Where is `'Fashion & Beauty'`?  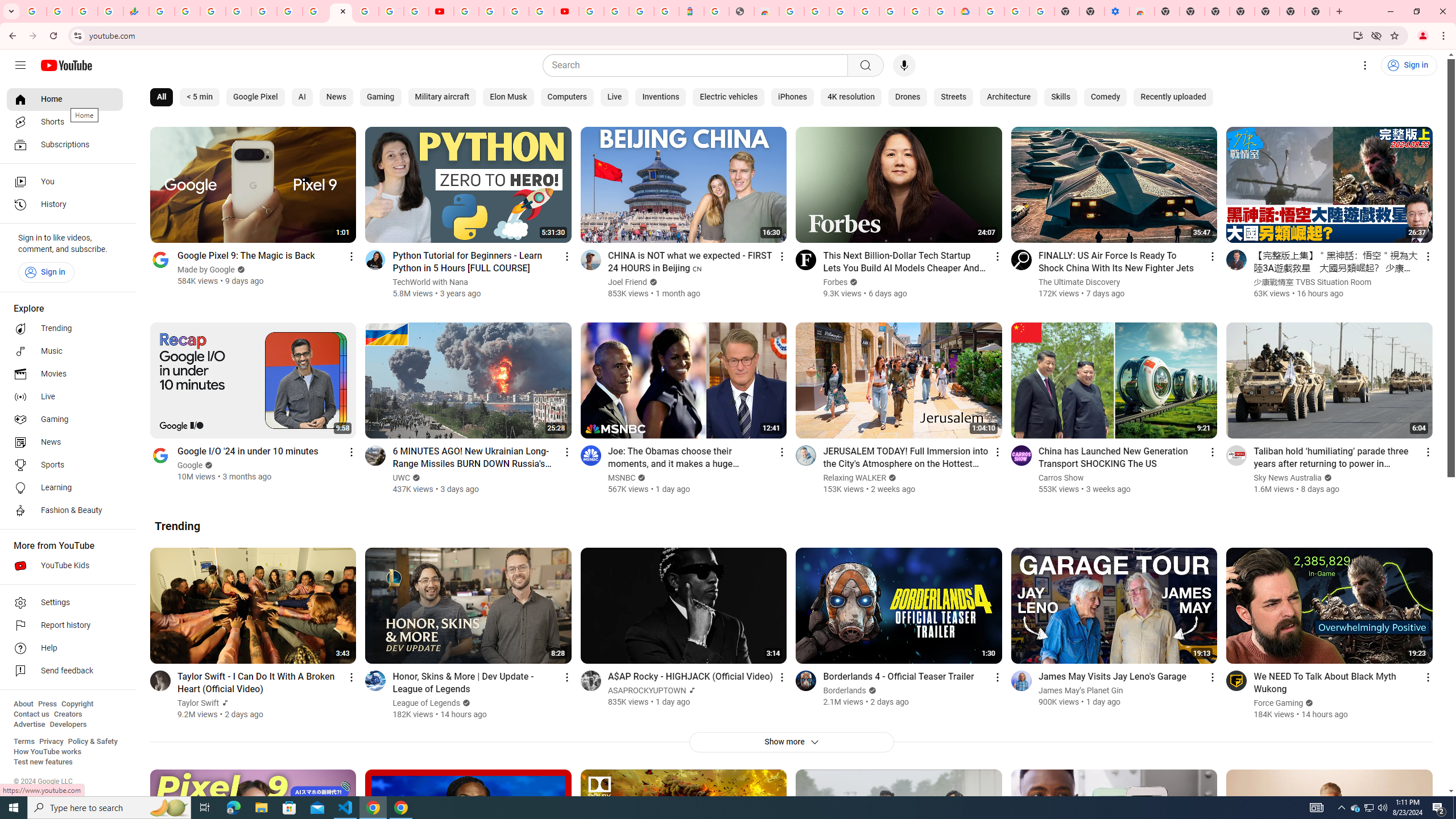
'Fashion & Beauty' is located at coordinates (64, 510).